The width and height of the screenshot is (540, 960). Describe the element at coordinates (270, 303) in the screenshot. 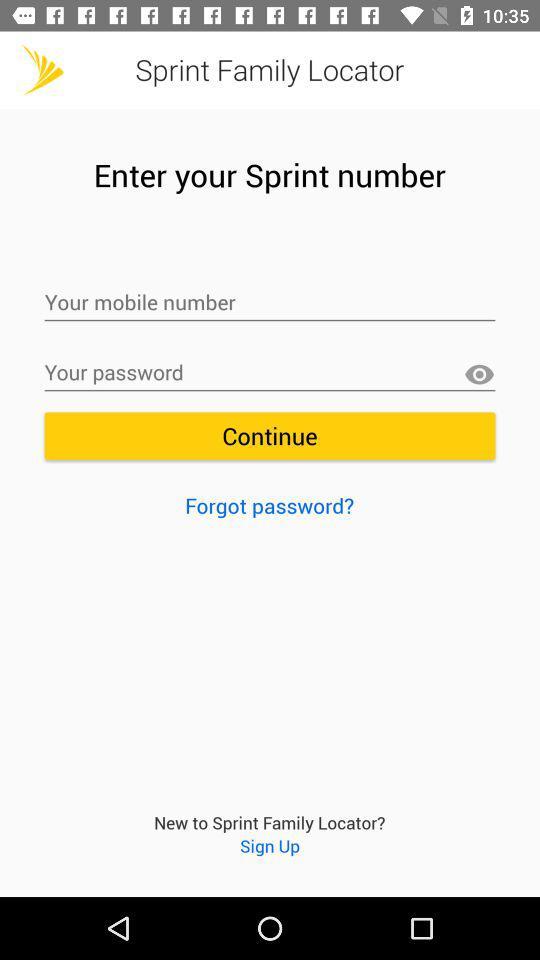

I see `phone number` at that location.